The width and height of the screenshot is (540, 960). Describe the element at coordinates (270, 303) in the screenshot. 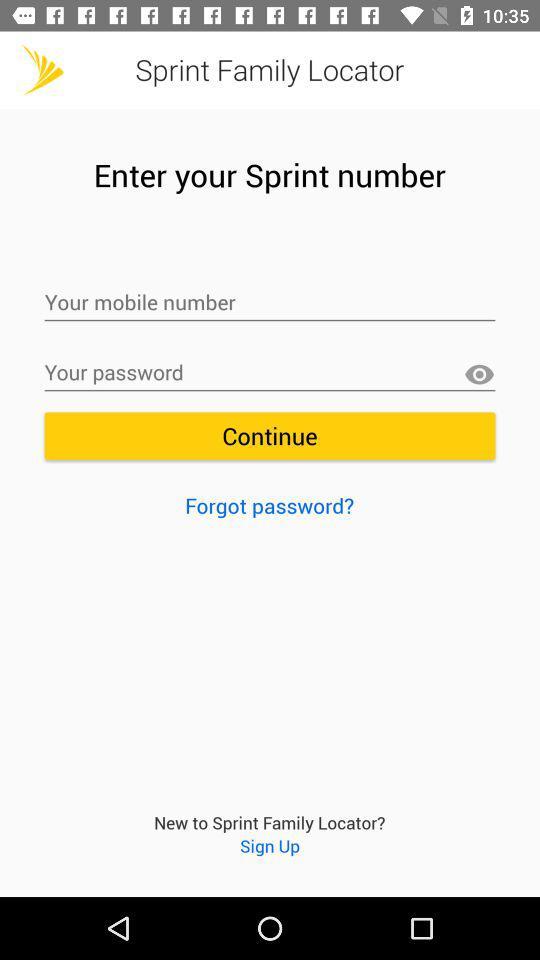

I see `phone number` at that location.